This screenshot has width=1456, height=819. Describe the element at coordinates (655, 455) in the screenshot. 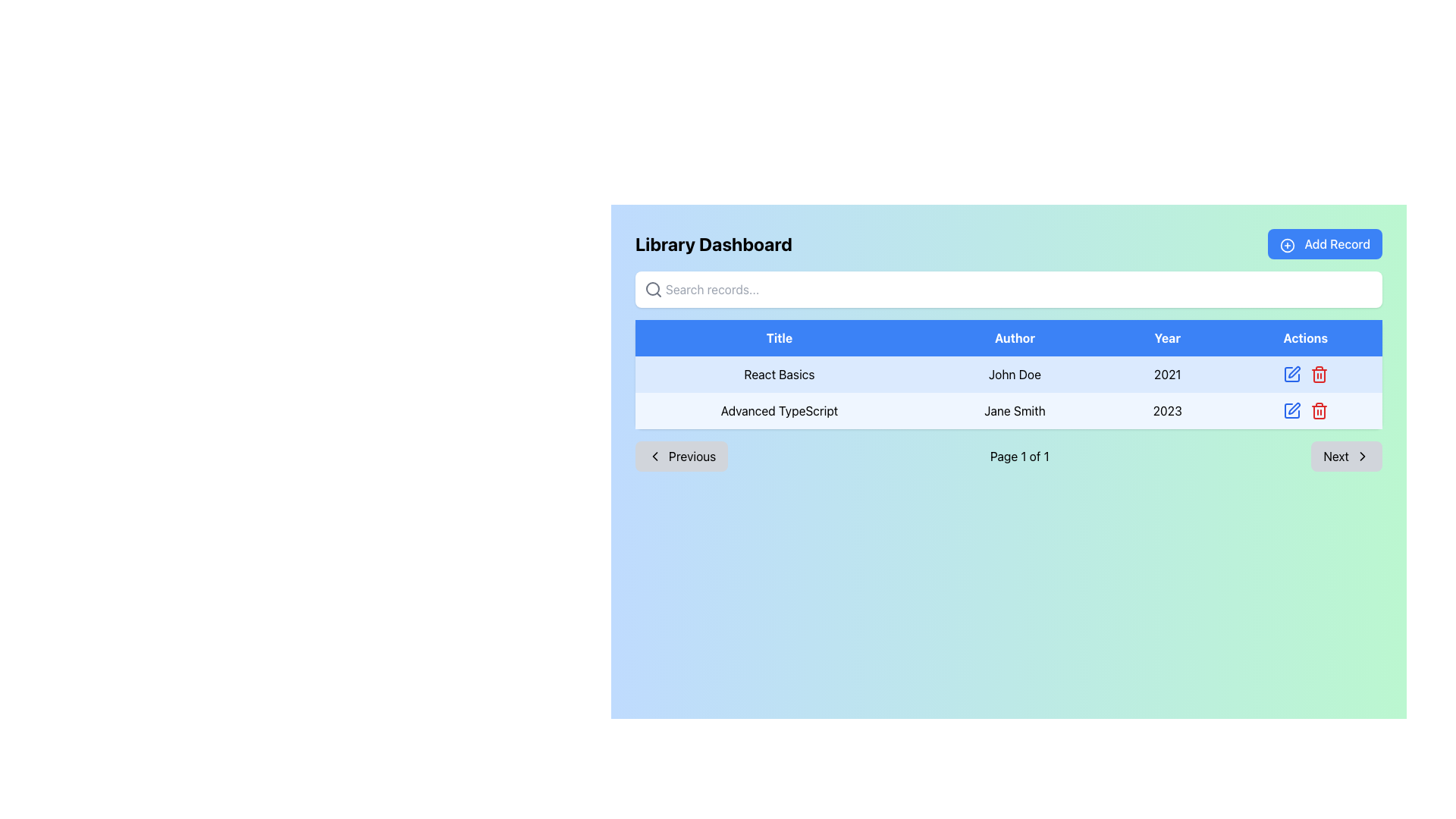

I see `the chevron icon on the 'Previous' button` at that location.